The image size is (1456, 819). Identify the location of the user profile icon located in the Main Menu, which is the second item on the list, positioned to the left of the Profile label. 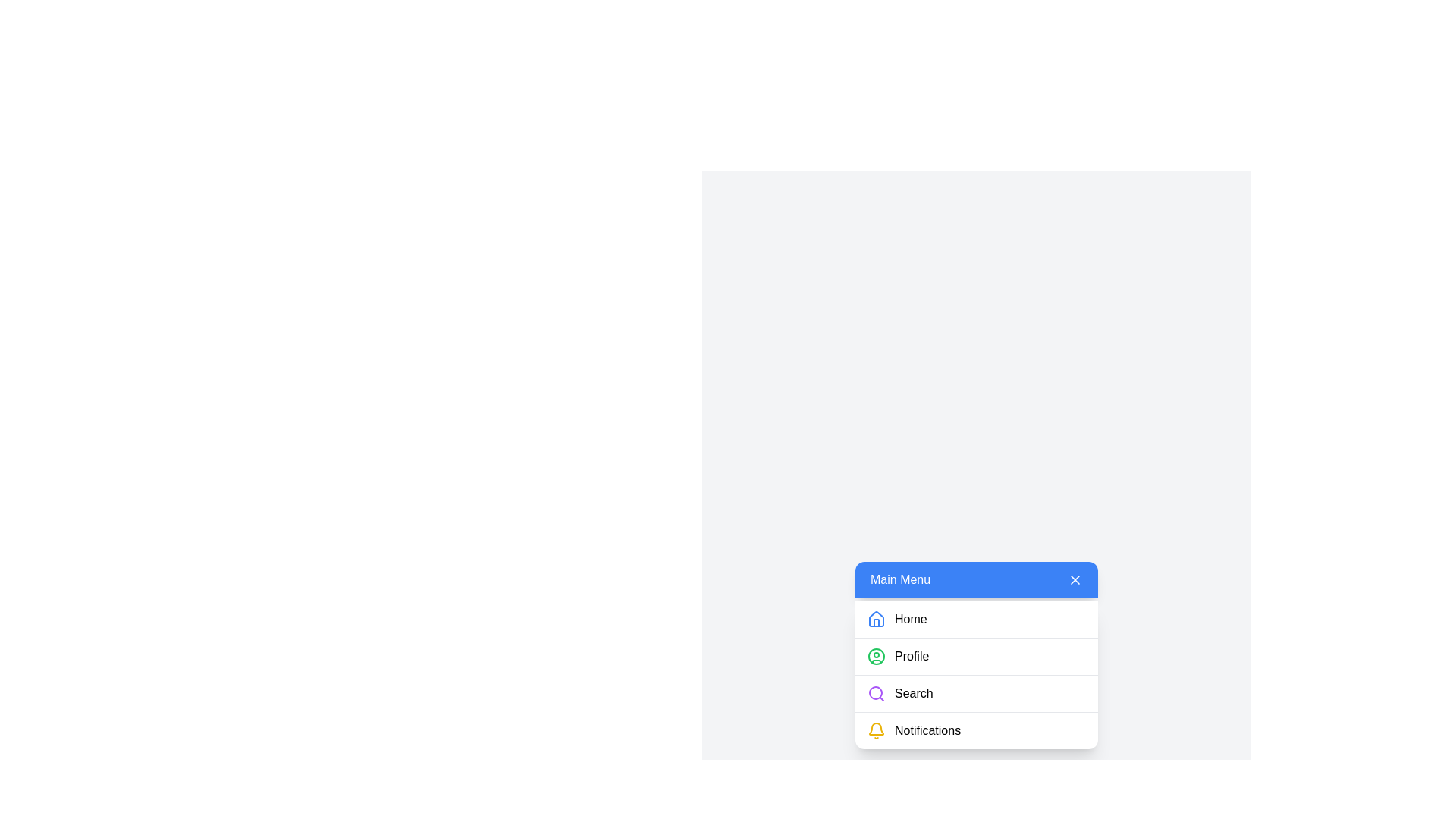
(877, 656).